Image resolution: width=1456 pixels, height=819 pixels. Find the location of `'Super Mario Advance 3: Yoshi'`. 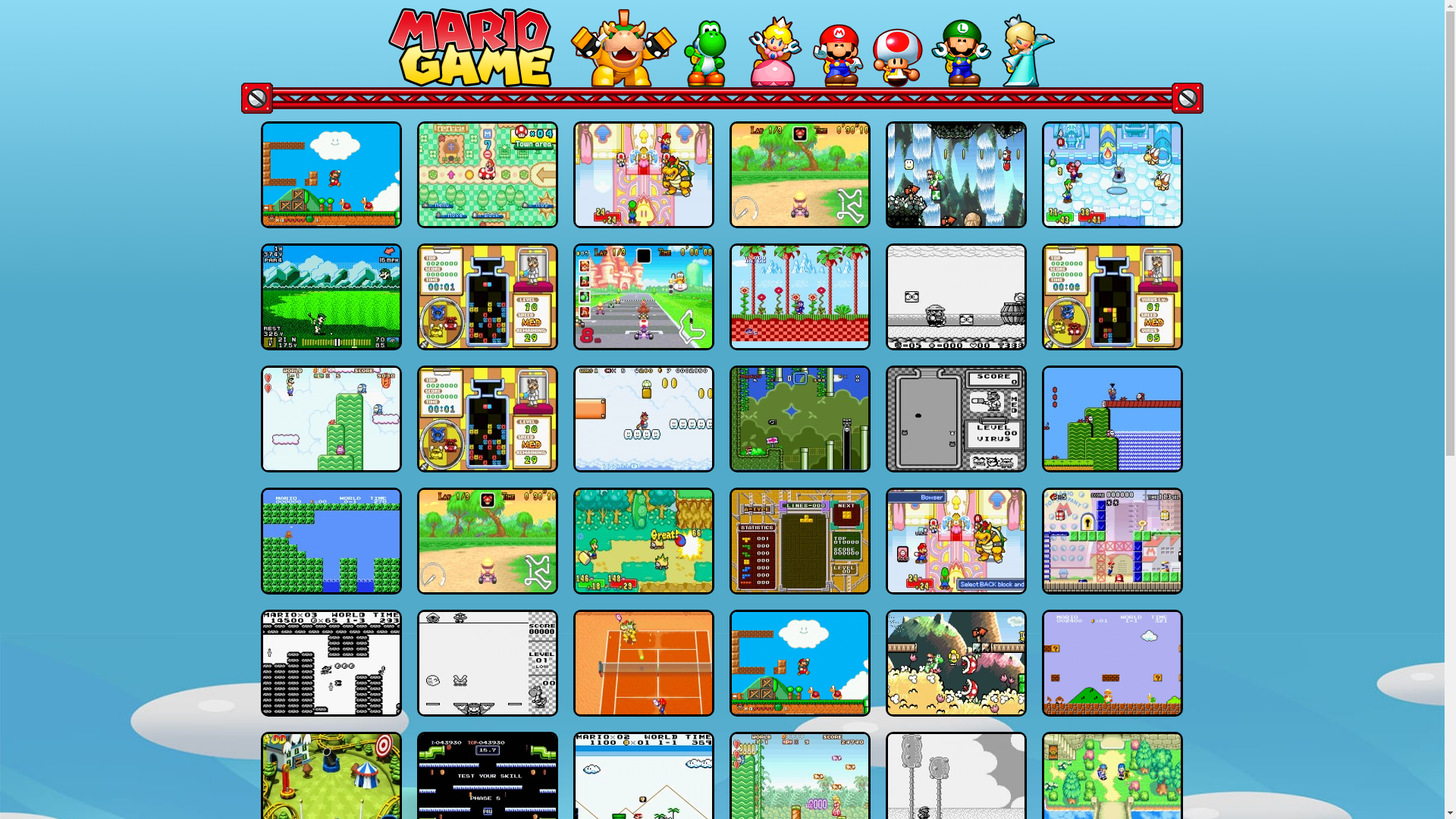

'Super Mario Advance 3: Yoshi' is located at coordinates (955, 172).